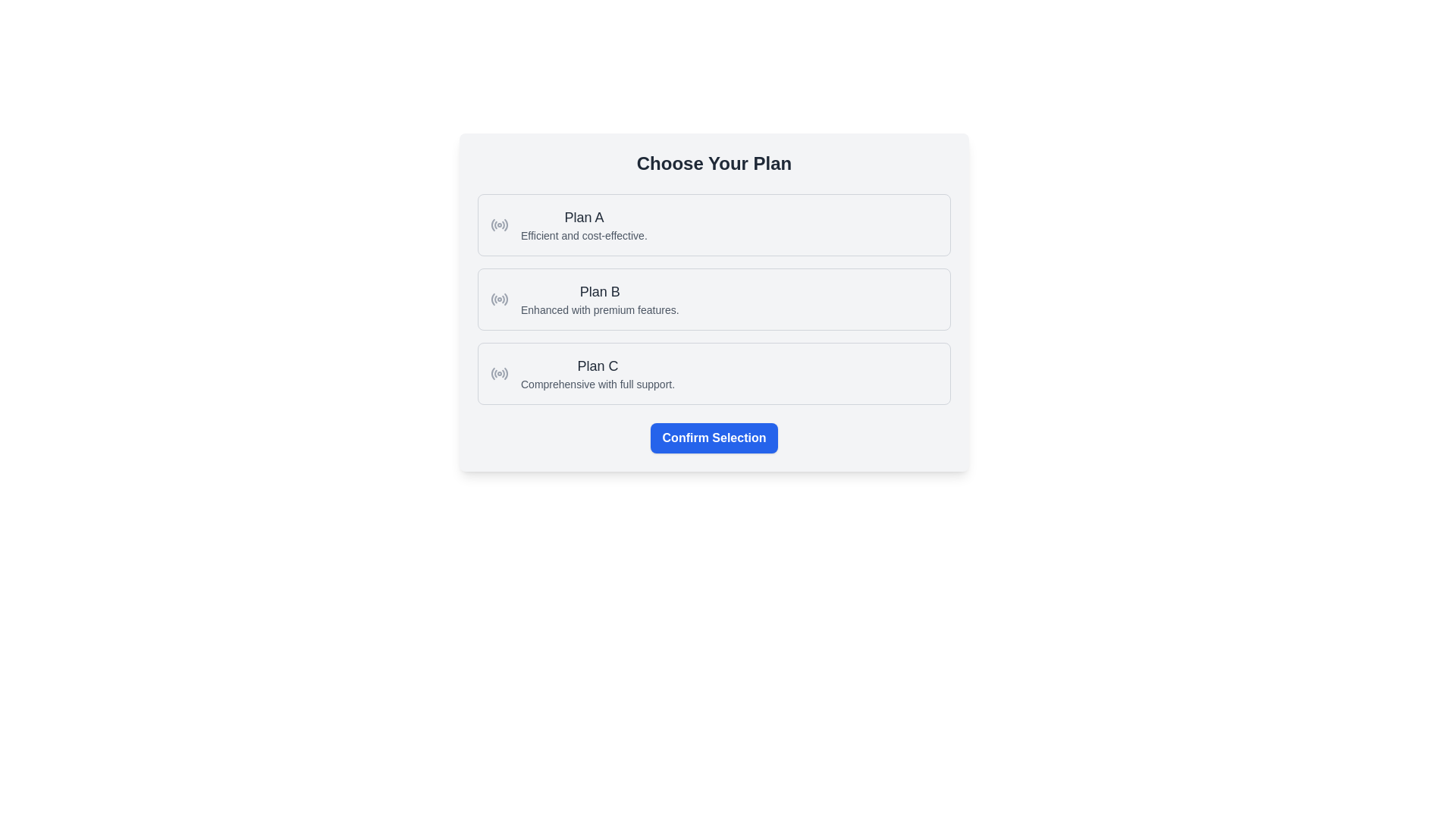 Image resolution: width=1456 pixels, height=819 pixels. What do you see at coordinates (599, 292) in the screenshot?
I see `the text label that identifies the second option in the selection list under the header 'Choose Your Plan', positioned above the description 'Enhanced with premium features'` at bounding box center [599, 292].